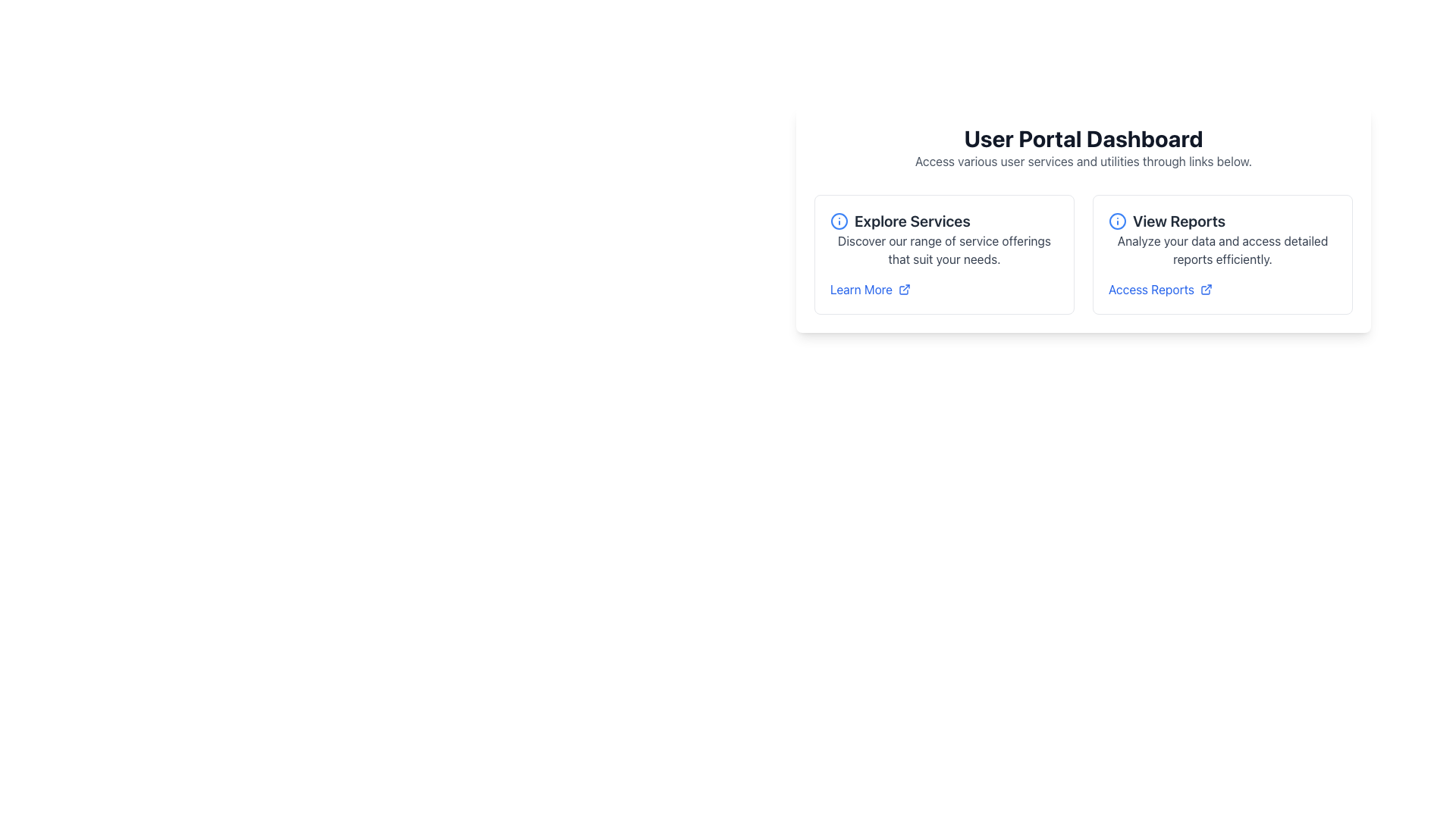  I want to click on the header text element with an accompanying icon that introduces the section about accessing detailed reports, located at the top of the right card in a two-card layout, so click(1222, 221).